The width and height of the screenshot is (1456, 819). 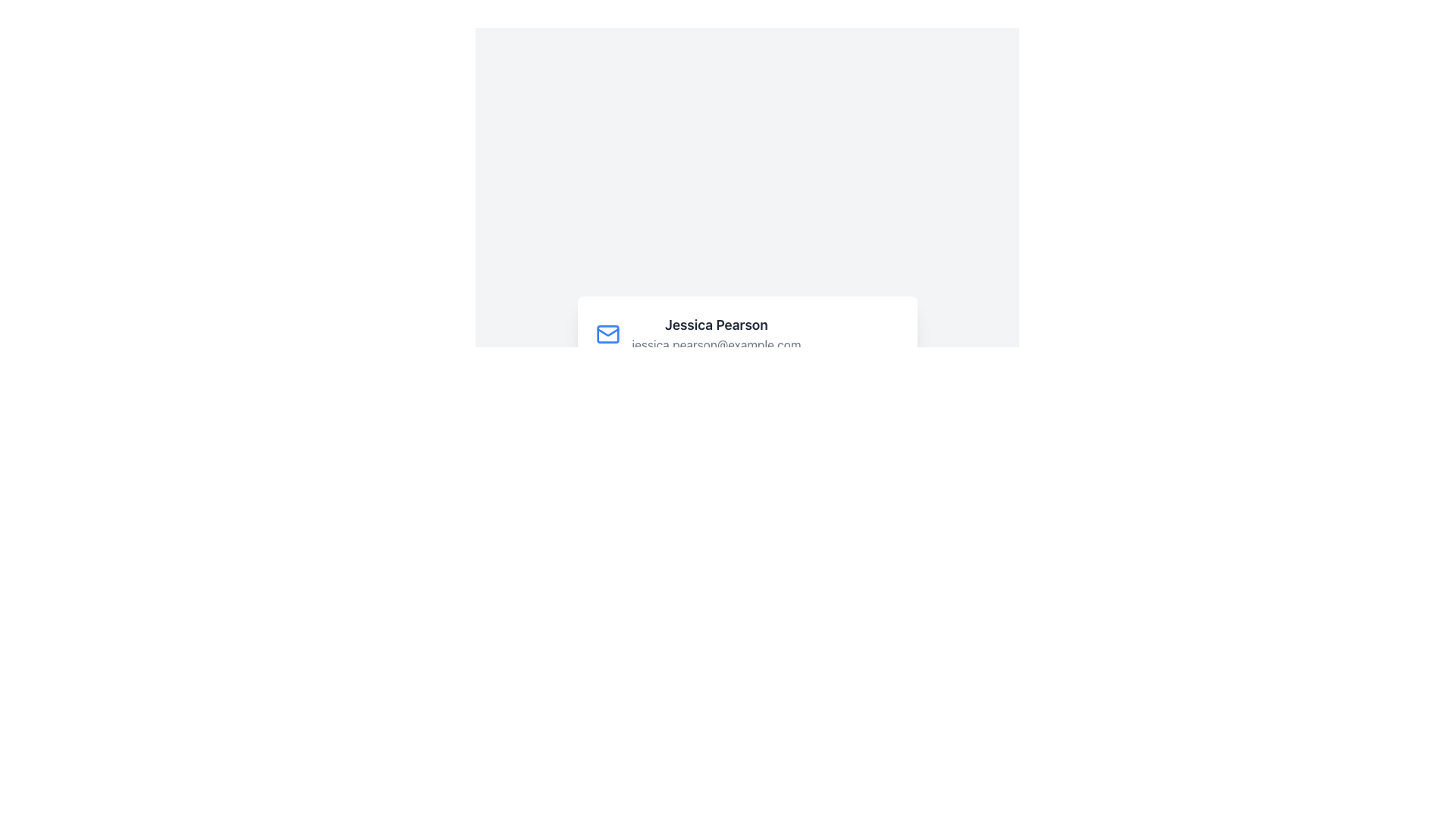 What do you see at coordinates (607, 333) in the screenshot?
I see `the blue rectangular envelope shape, which is the back part of the envelope icon located above the user details text block labeled 'Jessica Pearson'` at bounding box center [607, 333].